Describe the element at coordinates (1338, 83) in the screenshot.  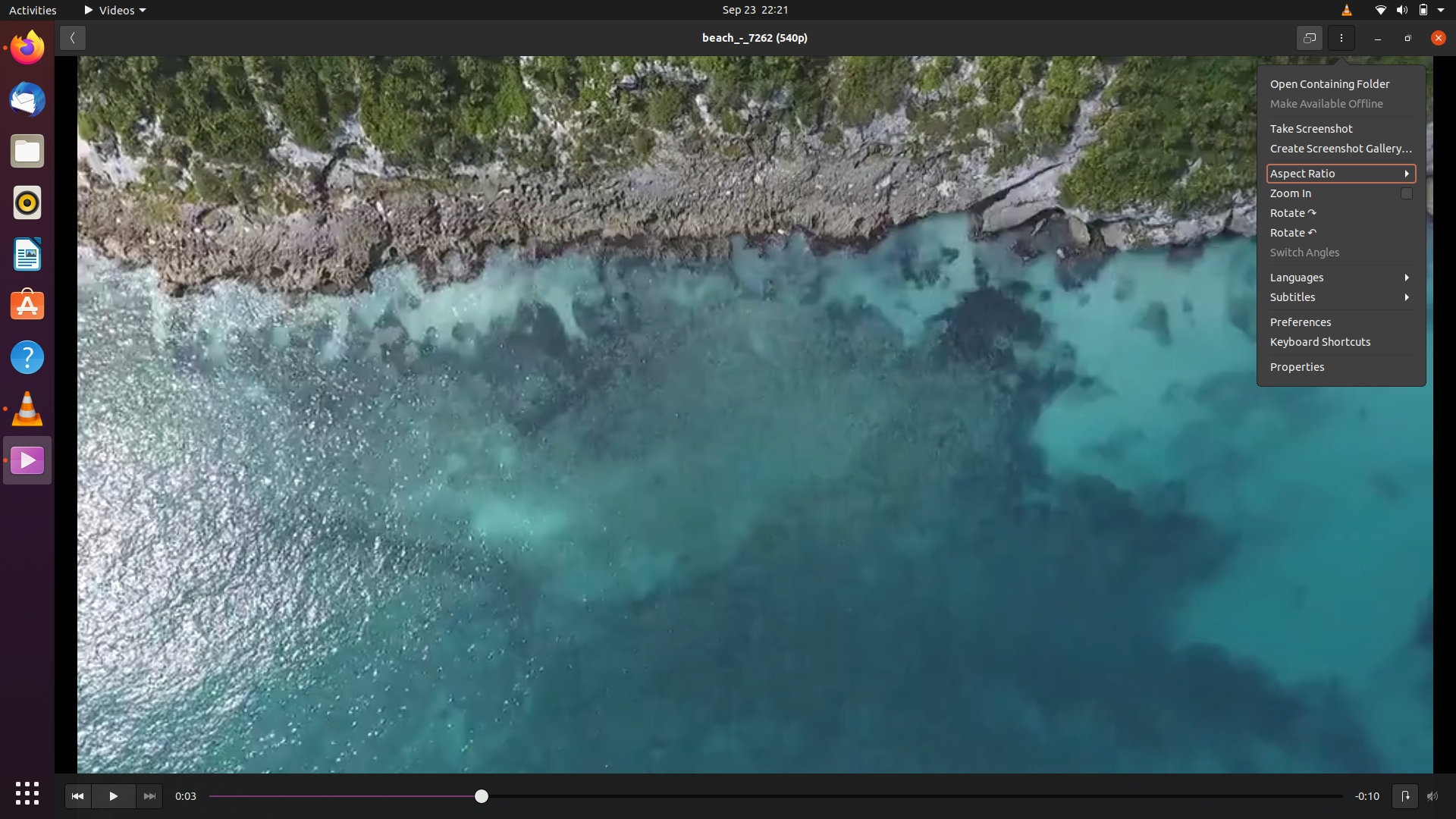
I see `the directory where the current video is located` at that location.